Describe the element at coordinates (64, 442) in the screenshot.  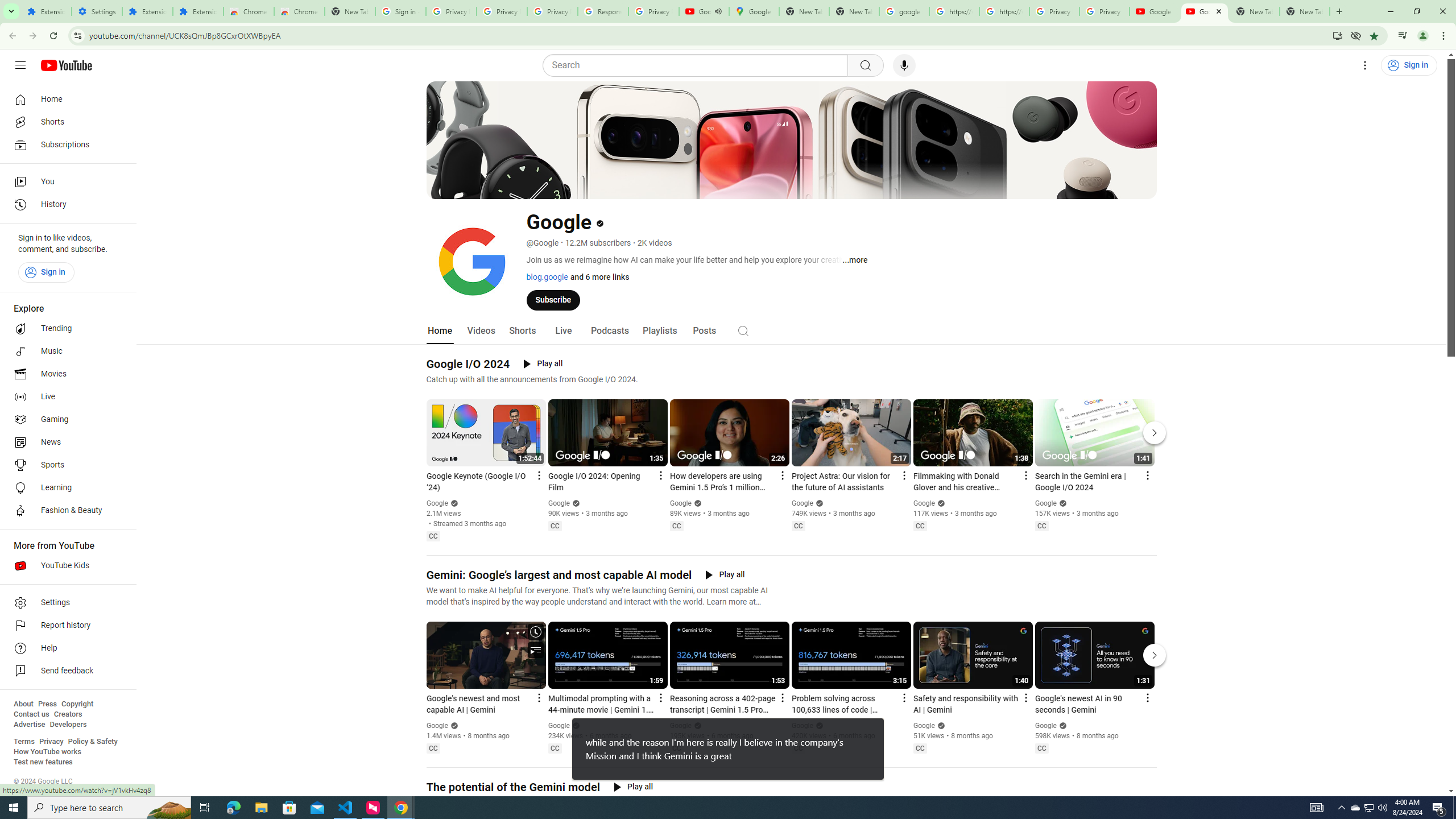
I see `'News'` at that location.